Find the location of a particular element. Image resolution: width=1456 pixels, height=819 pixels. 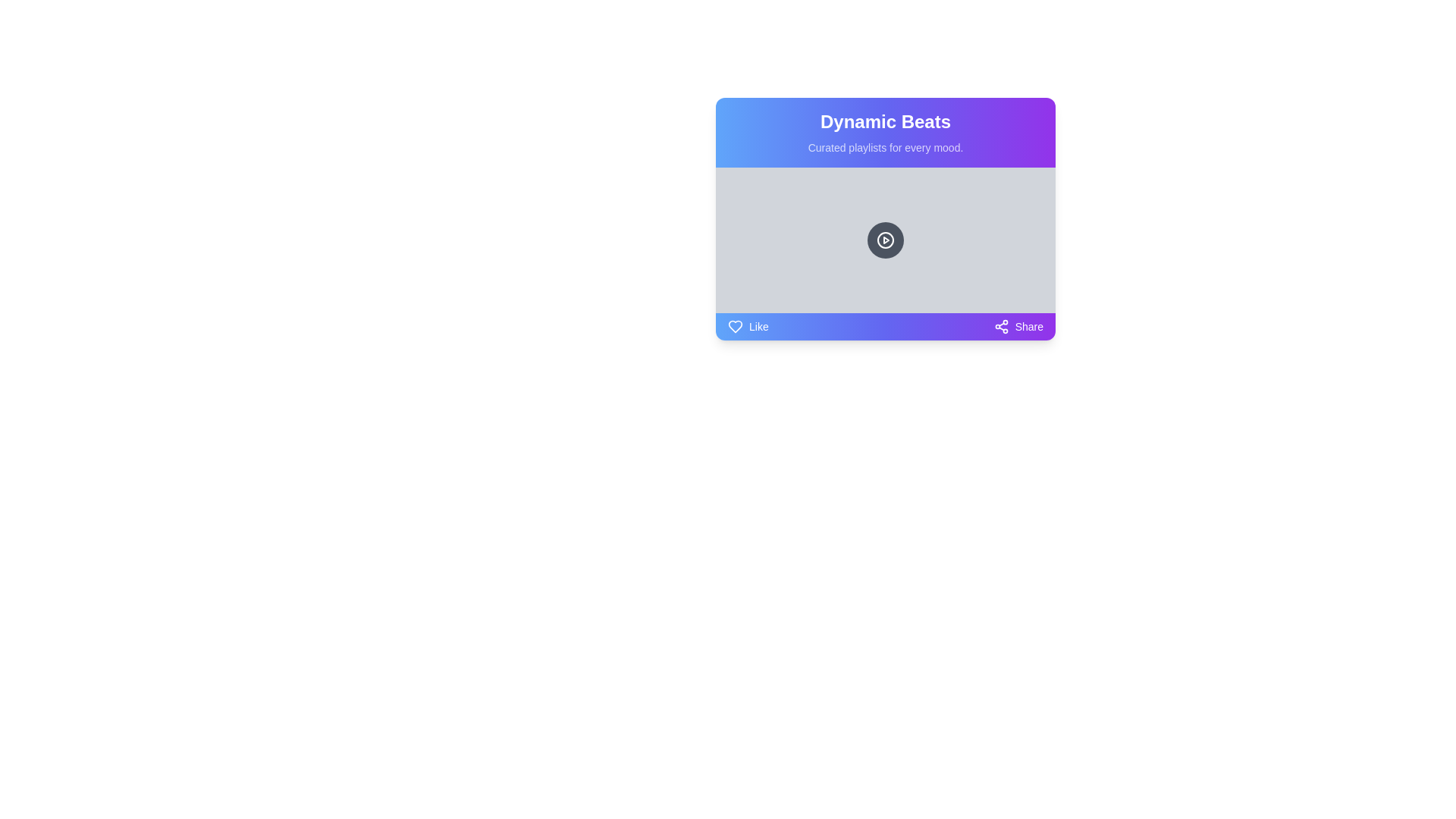

the 'Like' button is located at coordinates (748, 326).